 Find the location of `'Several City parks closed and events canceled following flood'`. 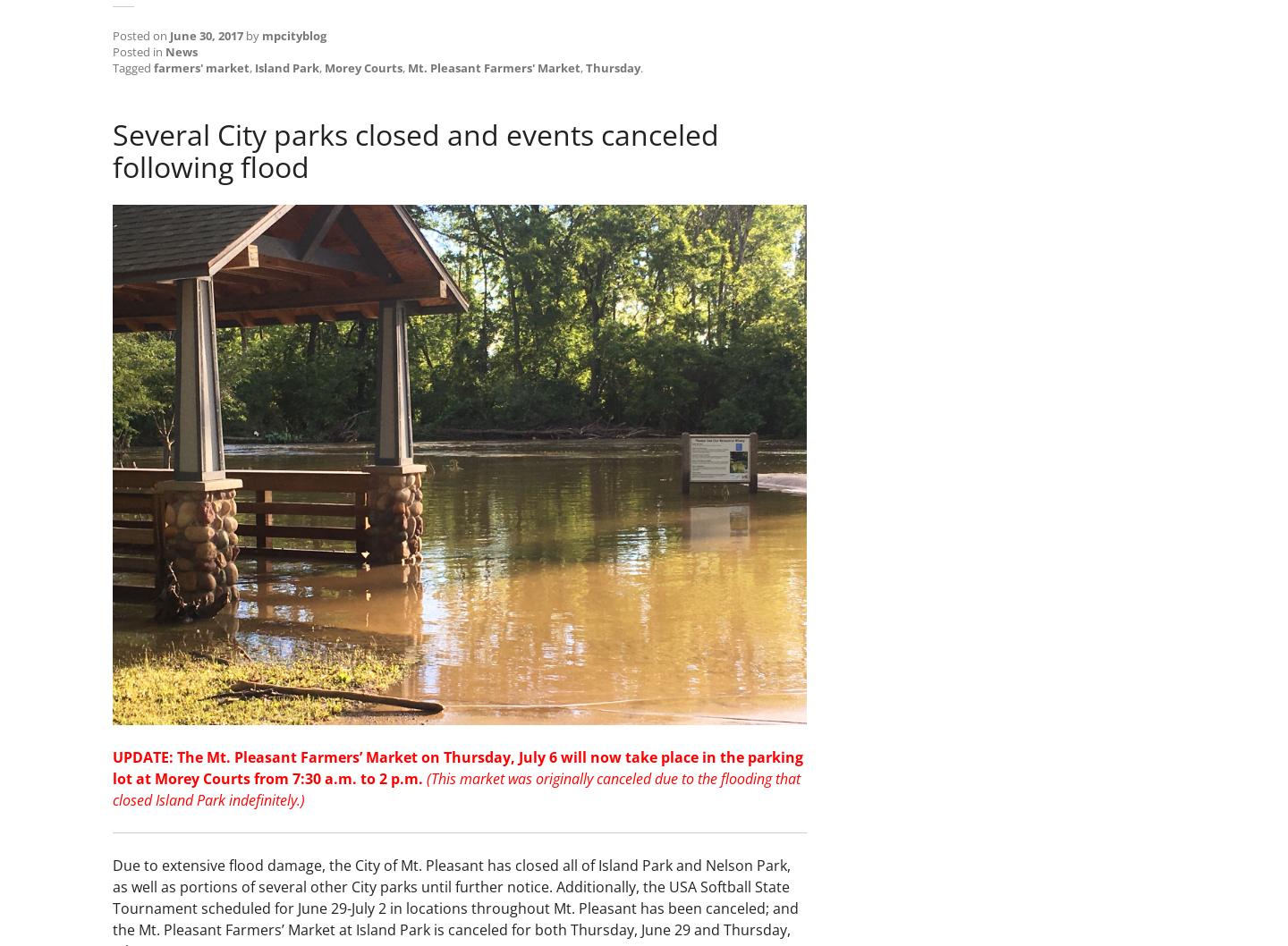

'Several City parks closed and events canceled following flood' is located at coordinates (415, 149).